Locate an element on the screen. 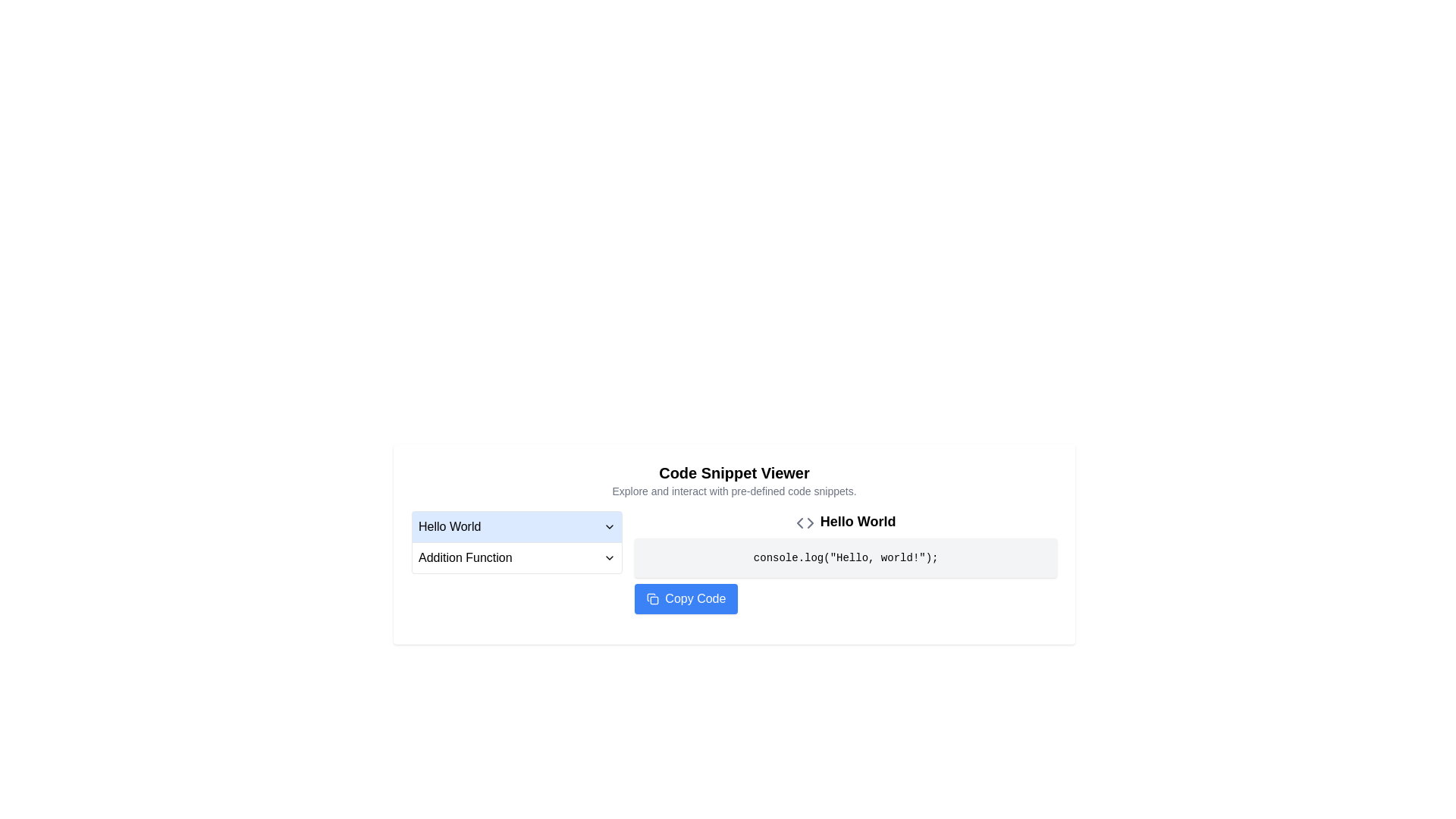 The width and height of the screenshot is (1456, 819). the Label or Header that serves as a title for the code snippet, located centrally above the code block is located at coordinates (845, 520).